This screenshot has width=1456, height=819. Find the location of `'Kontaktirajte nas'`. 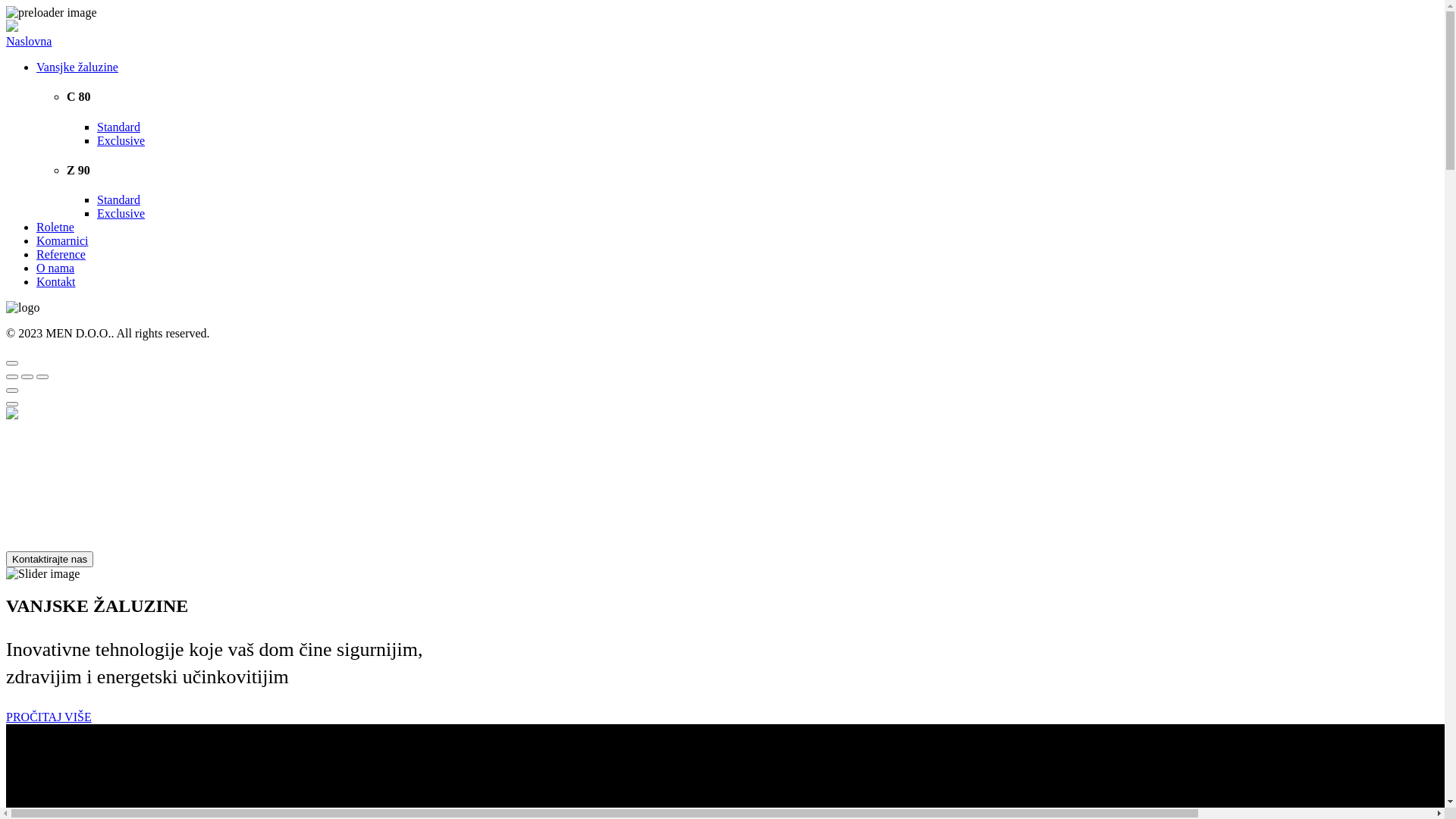

'Kontaktirajte nas' is located at coordinates (49, 558).